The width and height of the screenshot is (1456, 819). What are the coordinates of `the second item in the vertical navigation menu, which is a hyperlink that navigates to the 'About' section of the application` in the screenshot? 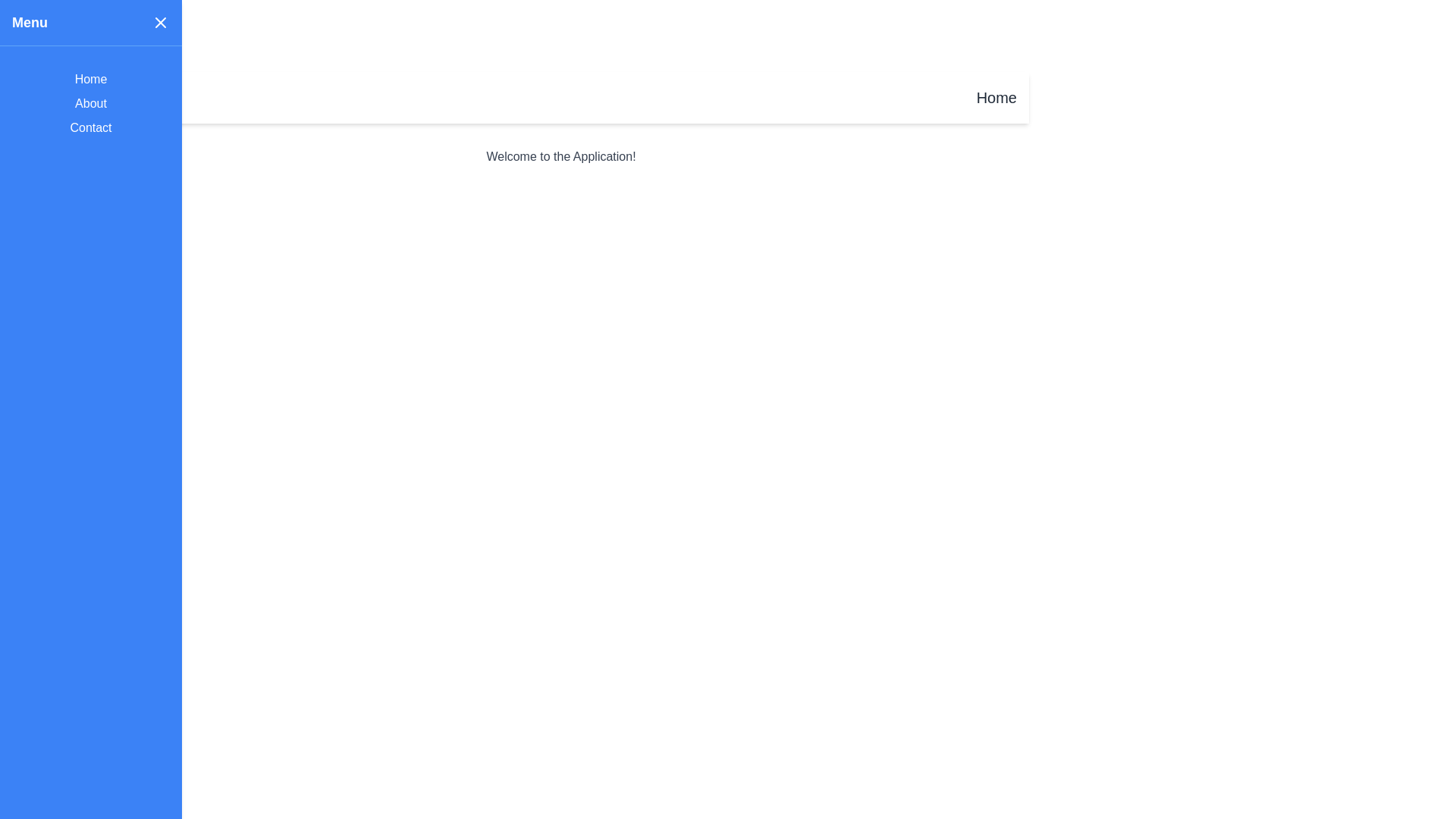 It's located at (90, 103).